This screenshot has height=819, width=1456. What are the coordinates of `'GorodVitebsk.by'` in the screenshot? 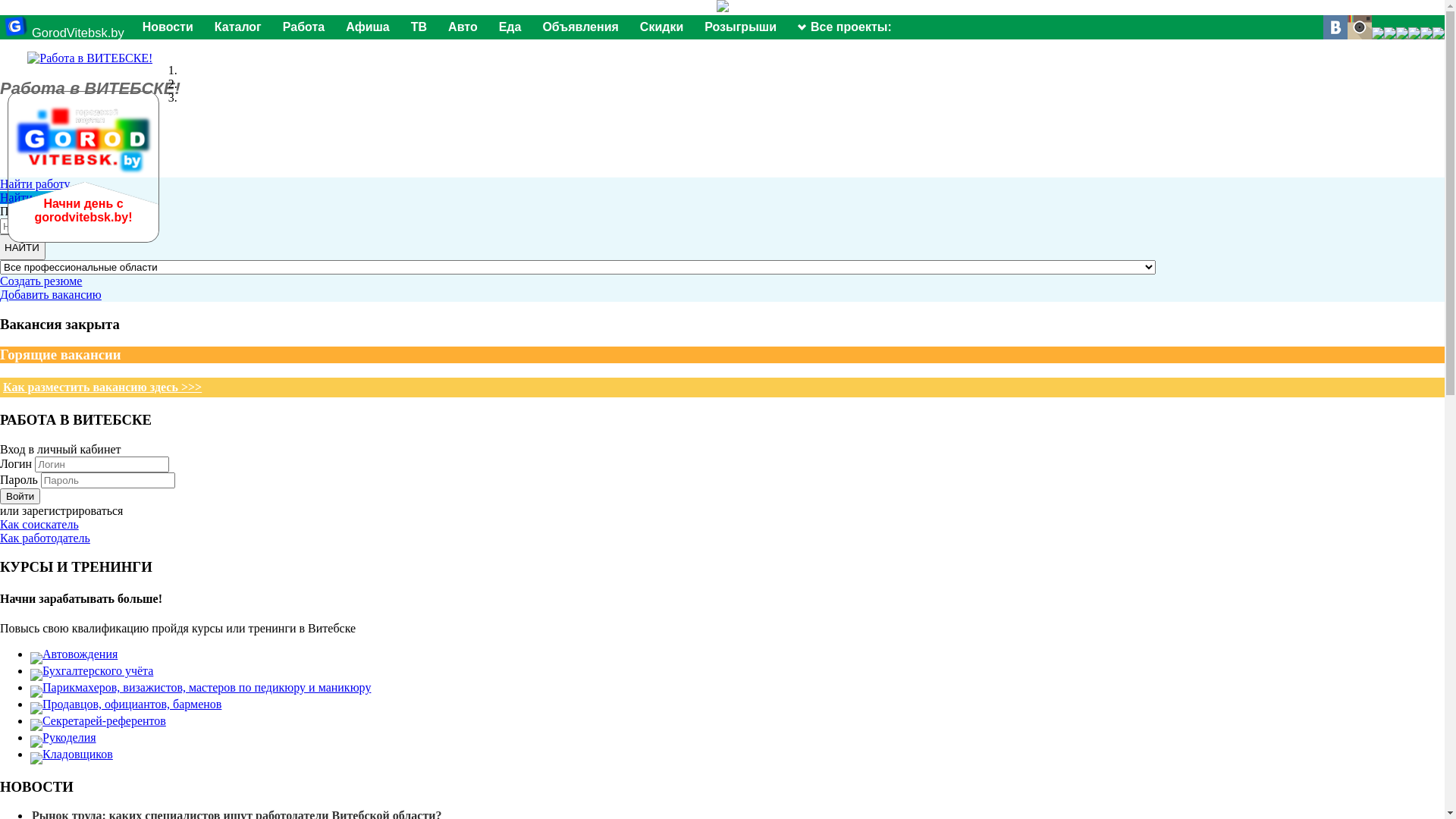 It's located at (63, 33).